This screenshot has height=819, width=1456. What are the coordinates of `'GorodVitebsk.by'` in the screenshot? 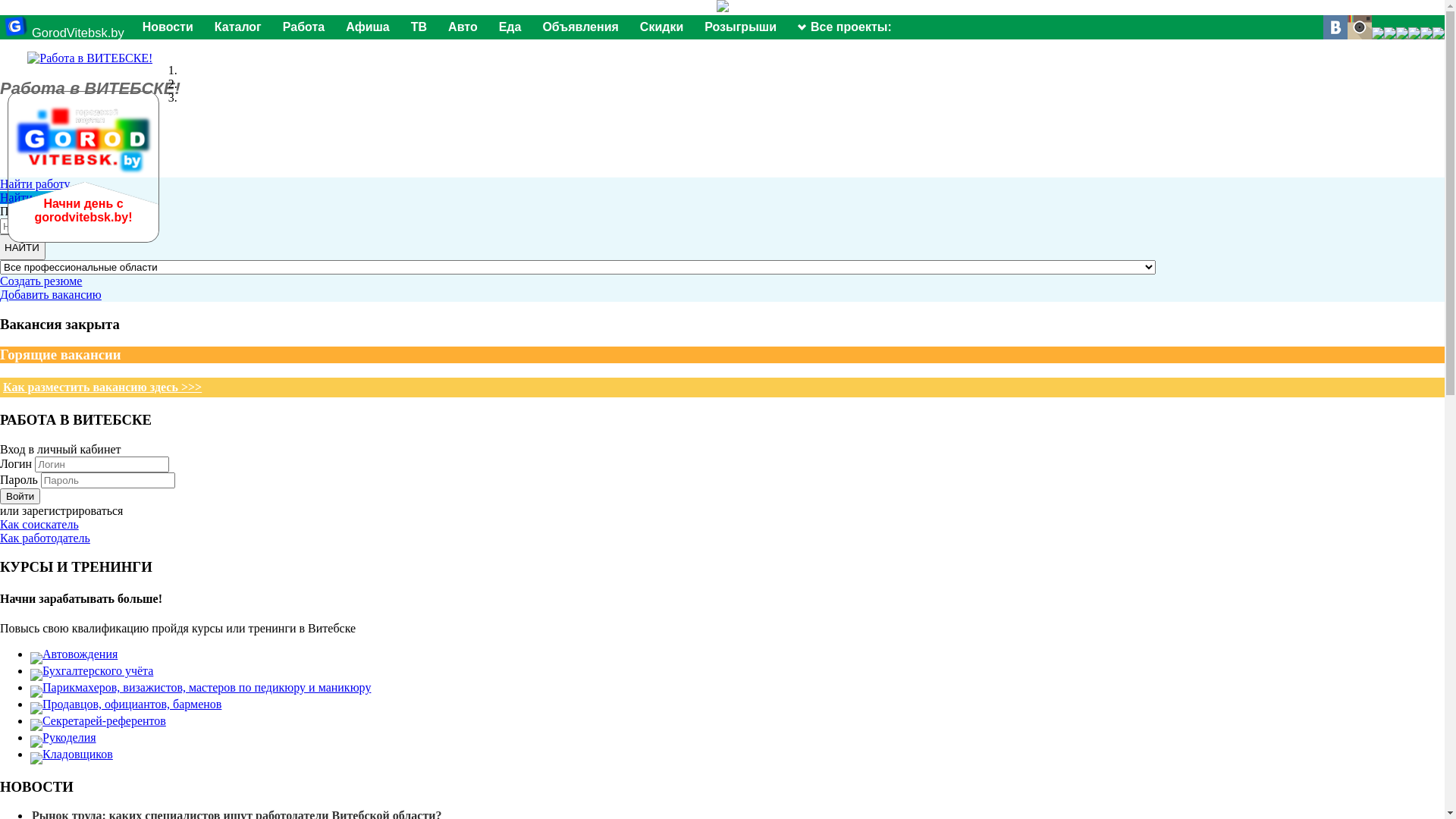 It's located at (63, 33).